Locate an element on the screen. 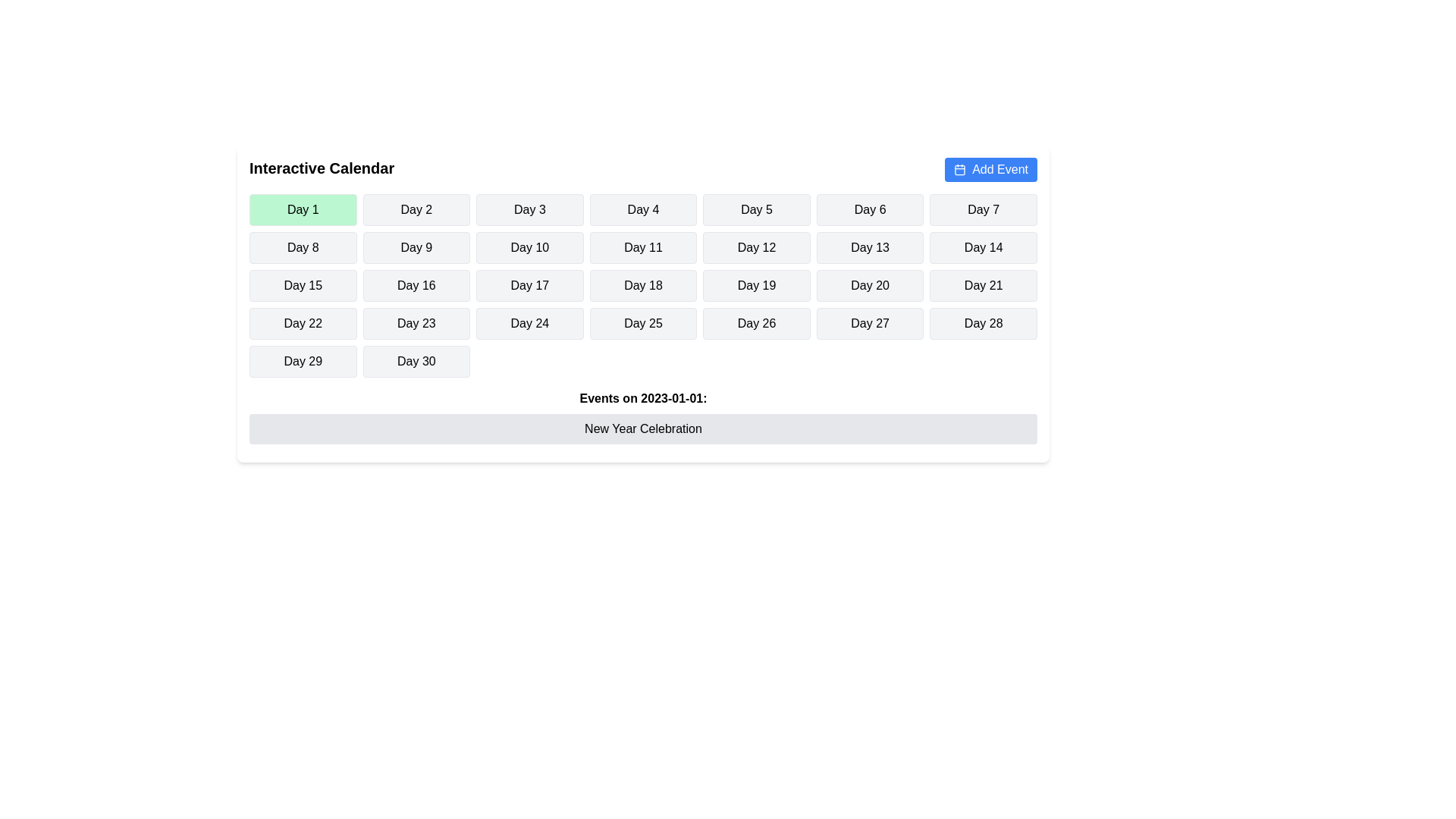 The height and width of the screenshot is (819, 1456). the button labeled 'Day 29' which is a rectangular element with rounded corners, located in the last row, first column of a grid layout is located at coordinates (303, 362).